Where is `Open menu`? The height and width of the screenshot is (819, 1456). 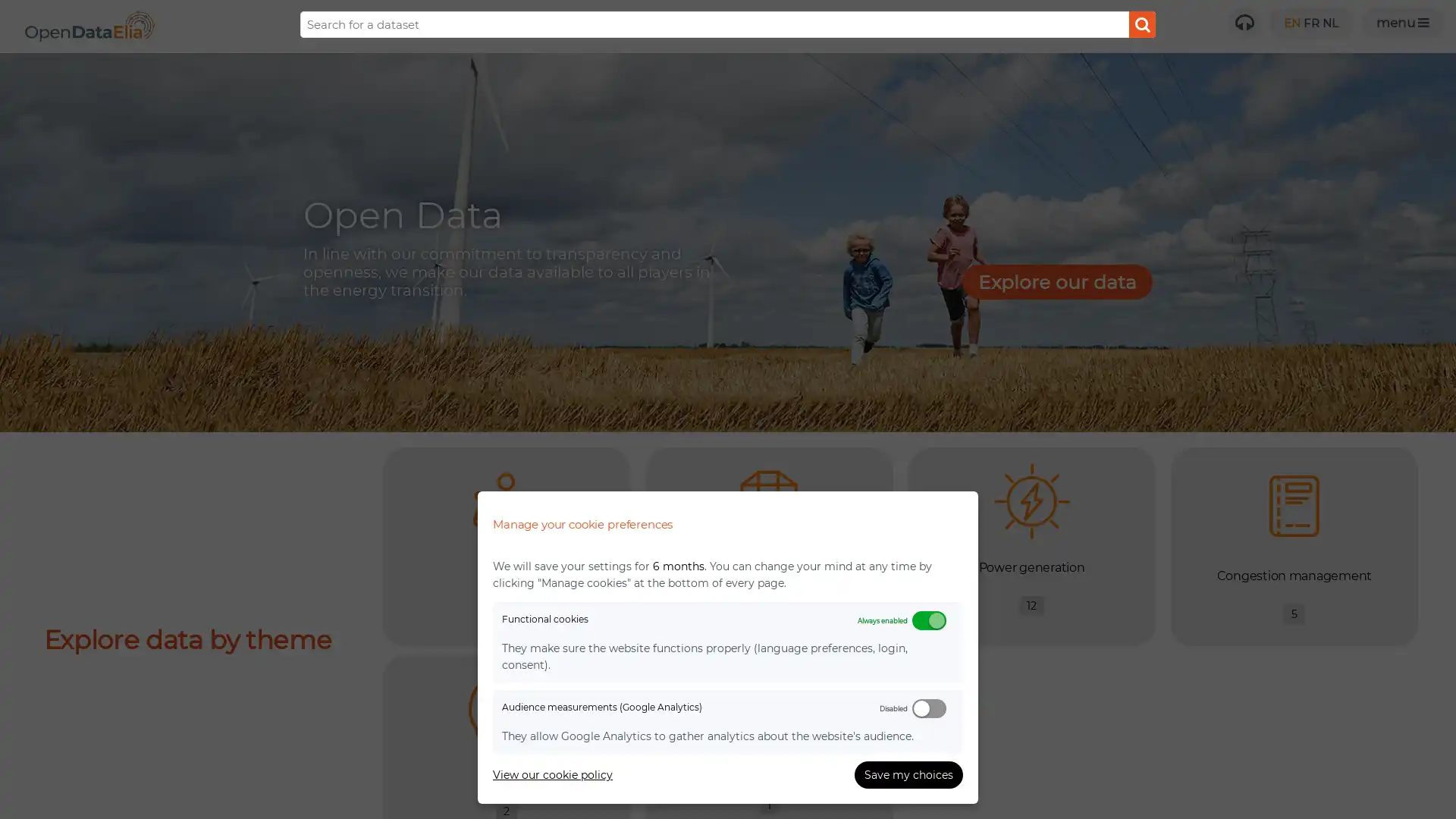 Open menu is located at coordinates (1401, 23).